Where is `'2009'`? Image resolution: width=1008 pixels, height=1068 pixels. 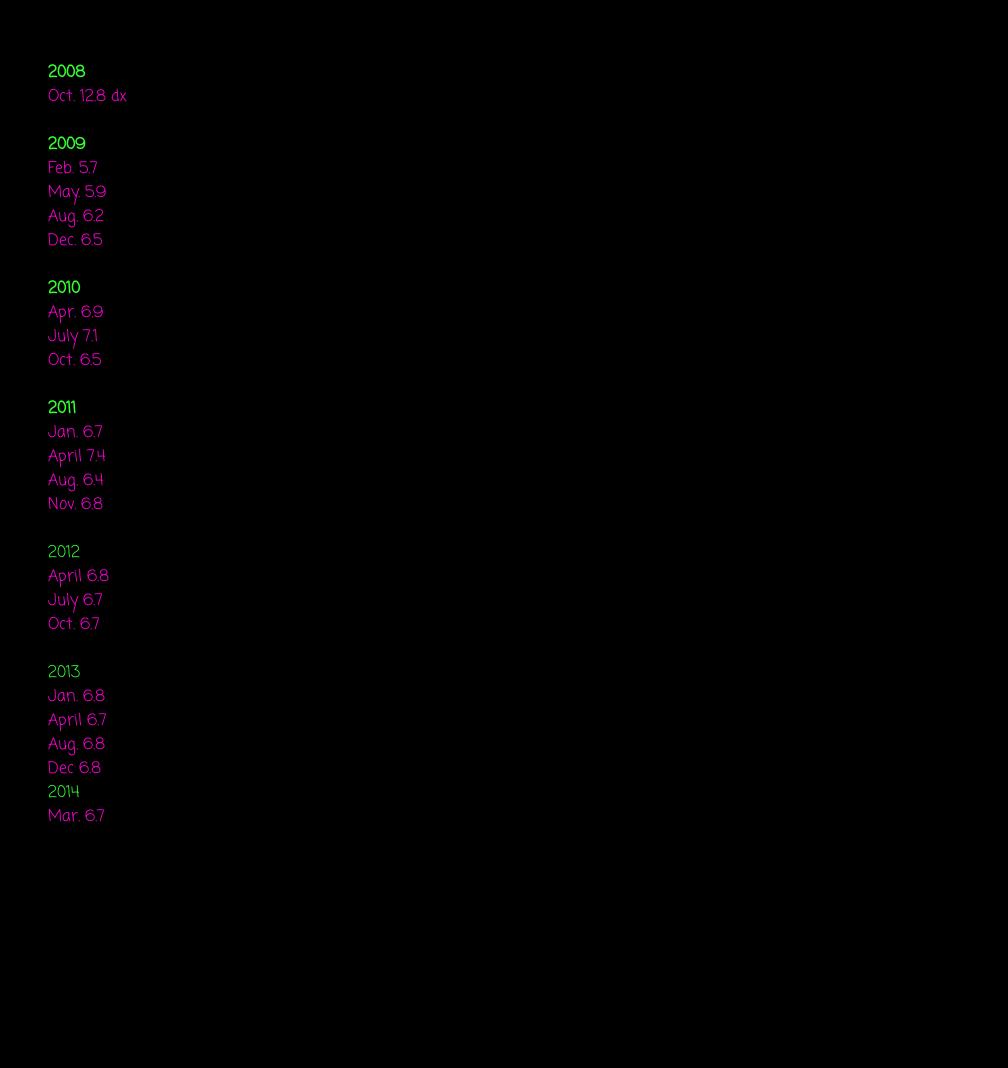
'2009' is located at coordinates (47, 145).